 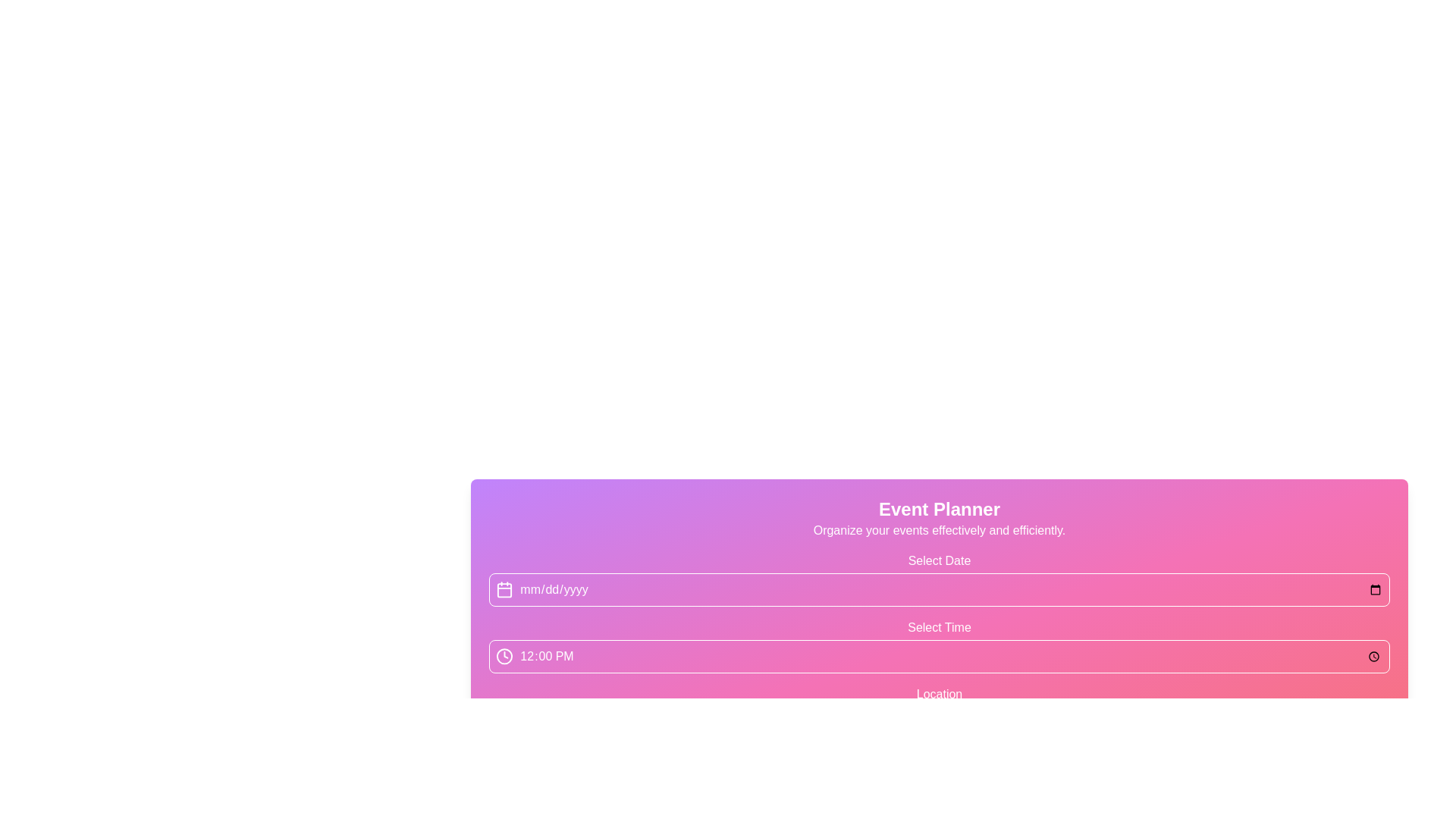 I want to click on the Time selection field, which is positioned below the 'Select Date' section and above the 'Location' section, so click(x=938, y=646).